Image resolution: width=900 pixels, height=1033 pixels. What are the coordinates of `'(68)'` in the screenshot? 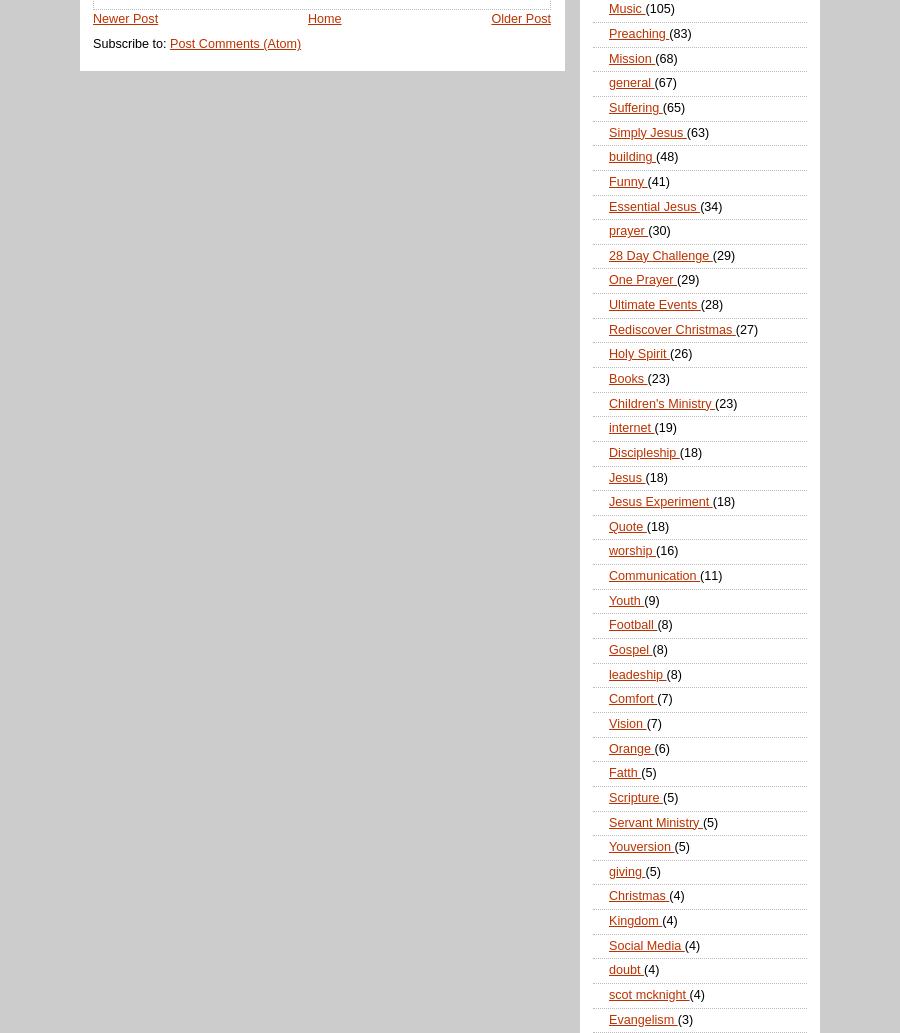 It's located at (666, 57).